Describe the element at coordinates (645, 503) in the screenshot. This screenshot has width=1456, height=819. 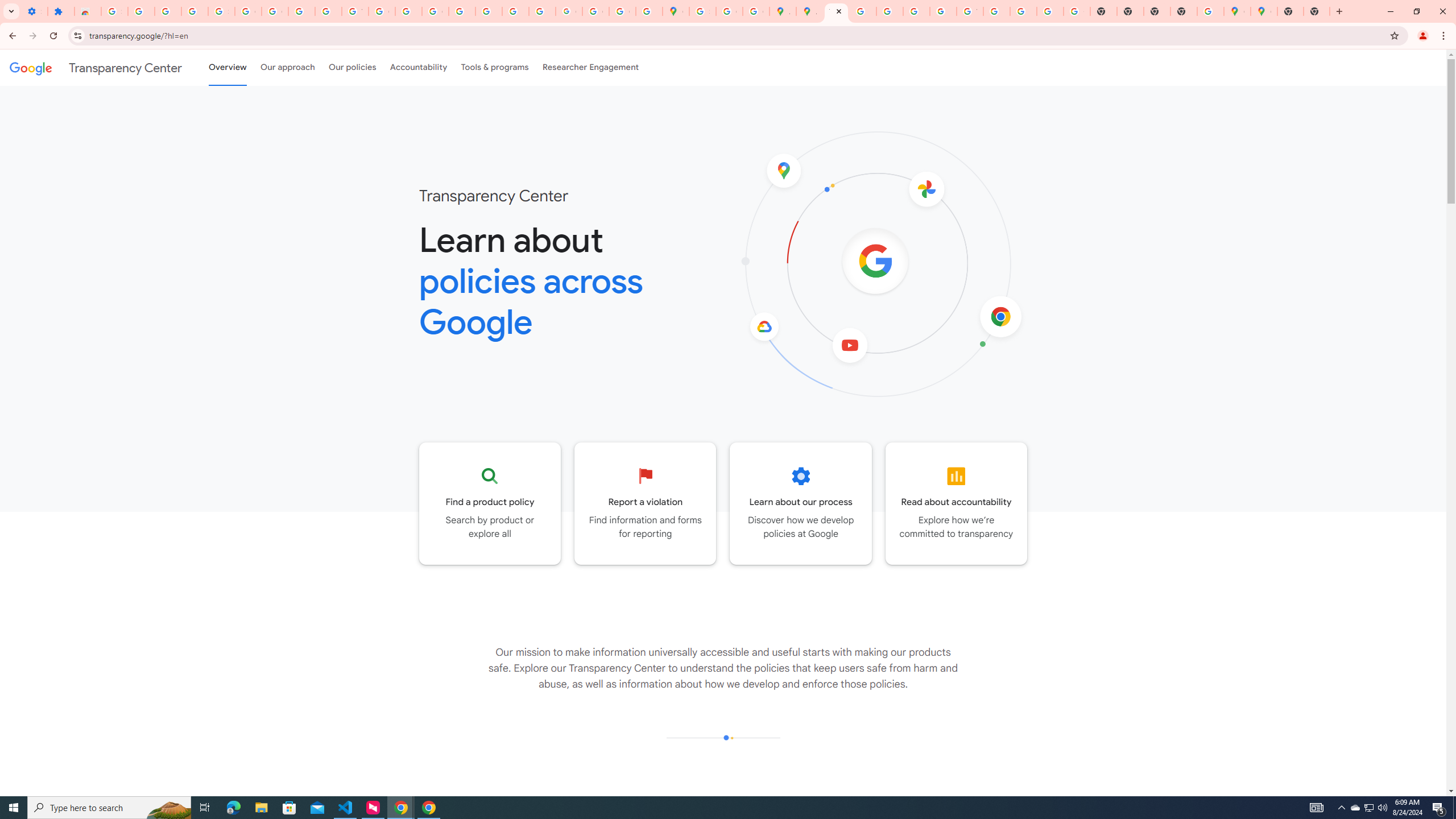
I see `'Go to the Reporting and appeals page'` at that location.